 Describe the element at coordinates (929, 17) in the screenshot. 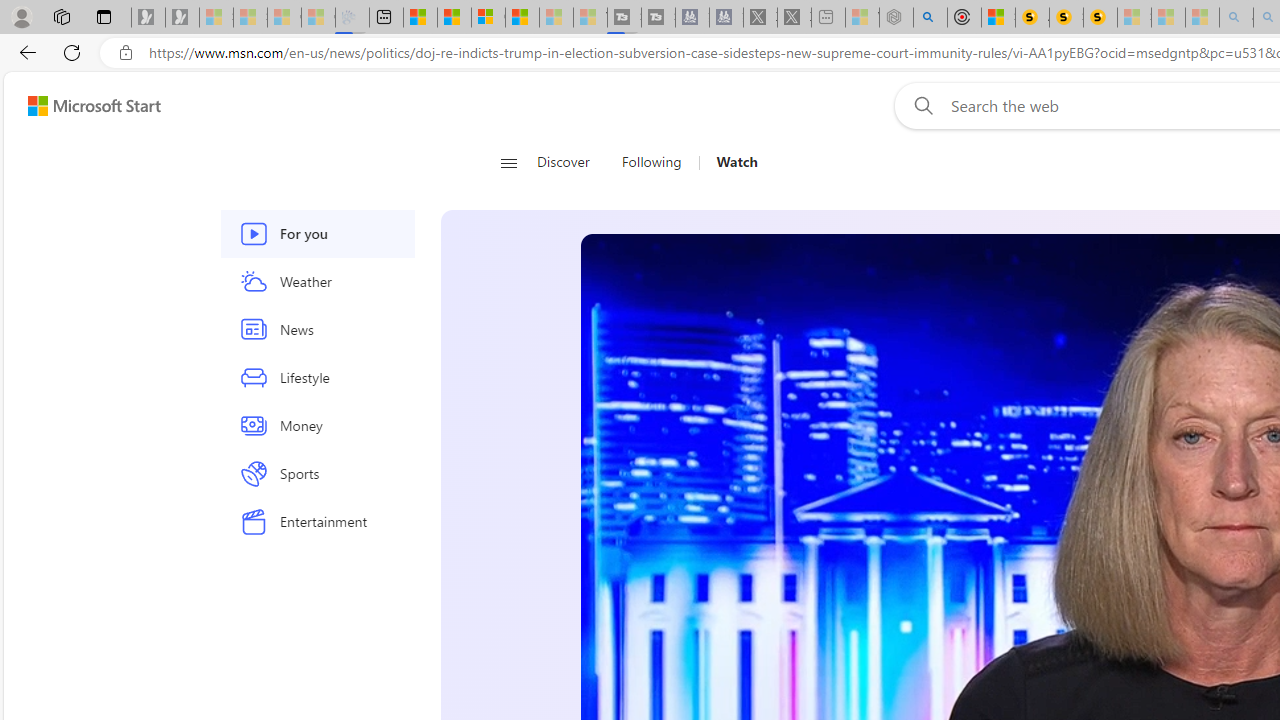

I see `'poe - Search'` at that location.